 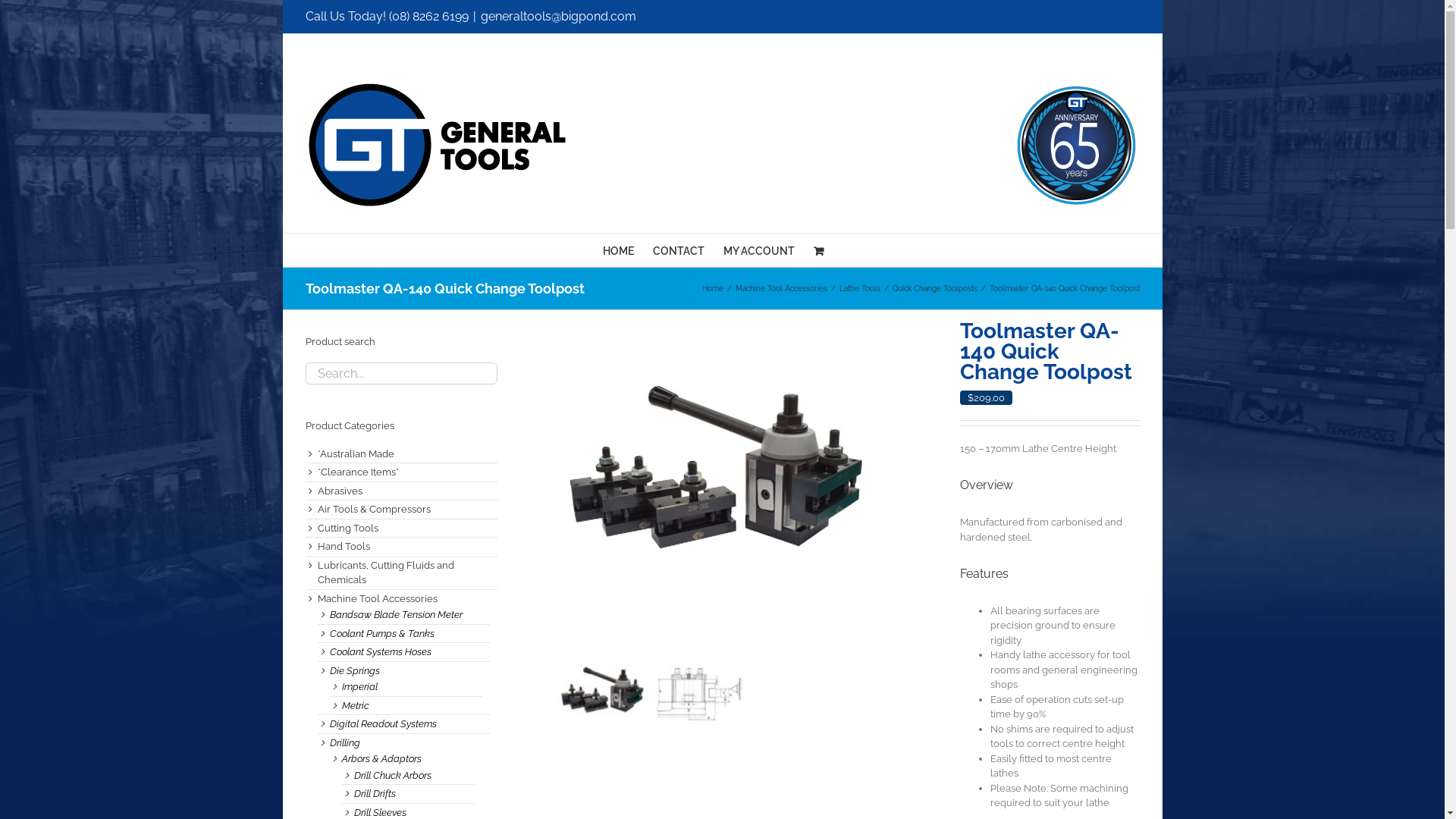 I want to click on 'Lubricants, Cutting Fluids and Chemicals', so click(x=315, y=573).